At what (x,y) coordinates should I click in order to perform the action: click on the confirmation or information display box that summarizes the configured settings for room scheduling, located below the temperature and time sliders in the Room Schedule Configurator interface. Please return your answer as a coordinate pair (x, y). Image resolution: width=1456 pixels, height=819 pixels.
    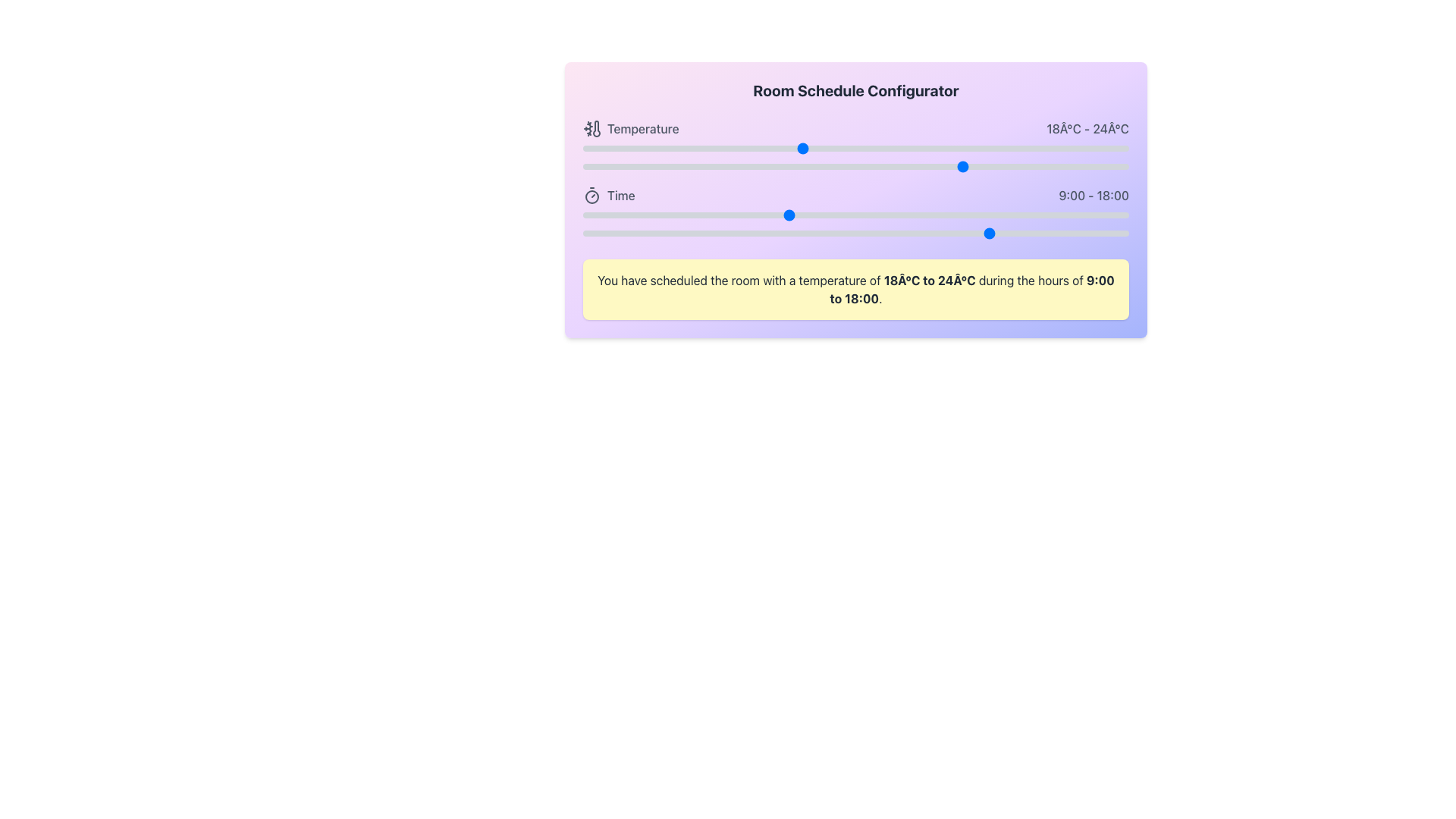
    Looking at the image, I should click on (855, 289).